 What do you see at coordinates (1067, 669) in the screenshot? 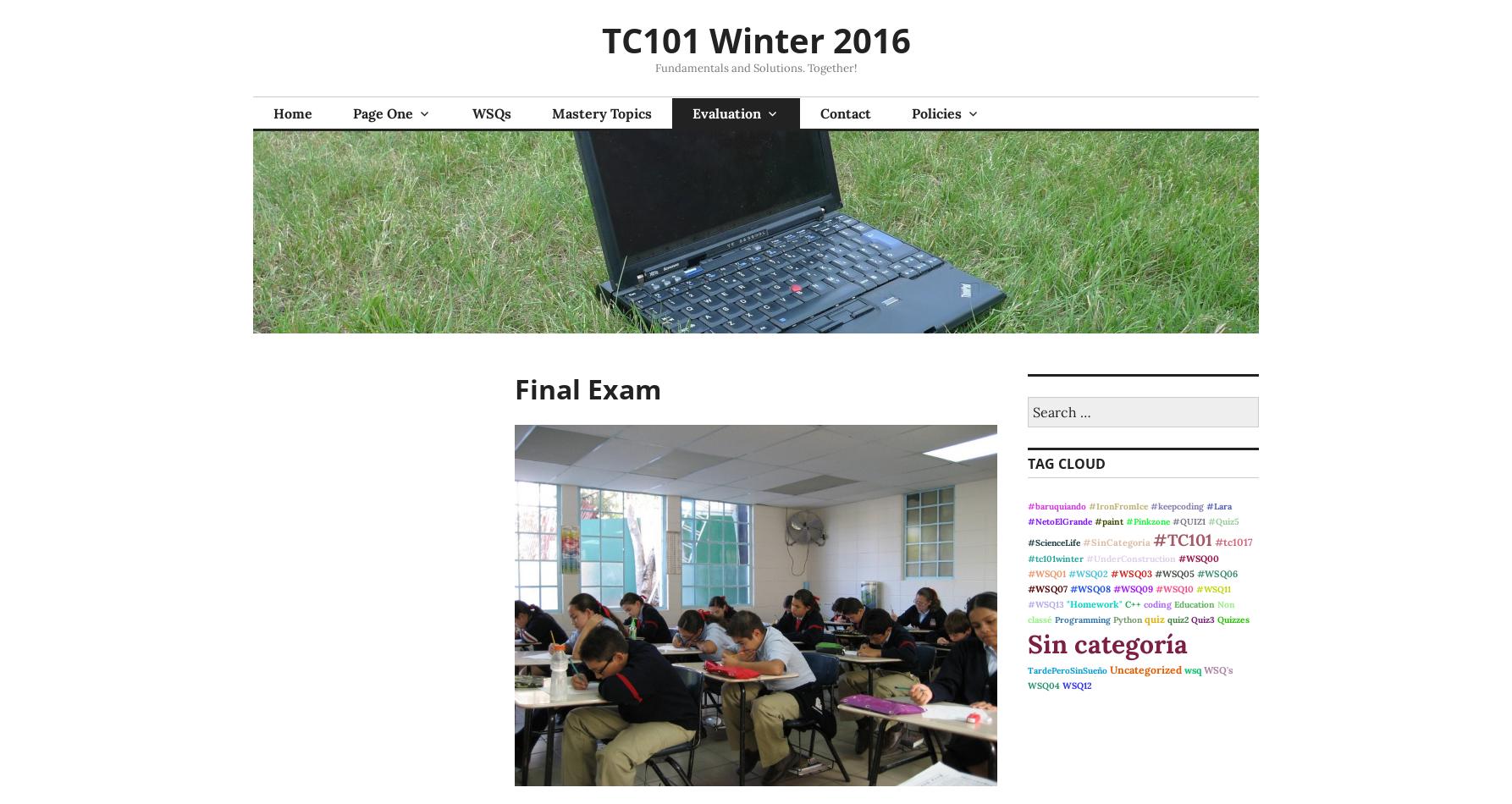
I see `'TardePeroSinSueño'` at bounding box center [1067, 669].